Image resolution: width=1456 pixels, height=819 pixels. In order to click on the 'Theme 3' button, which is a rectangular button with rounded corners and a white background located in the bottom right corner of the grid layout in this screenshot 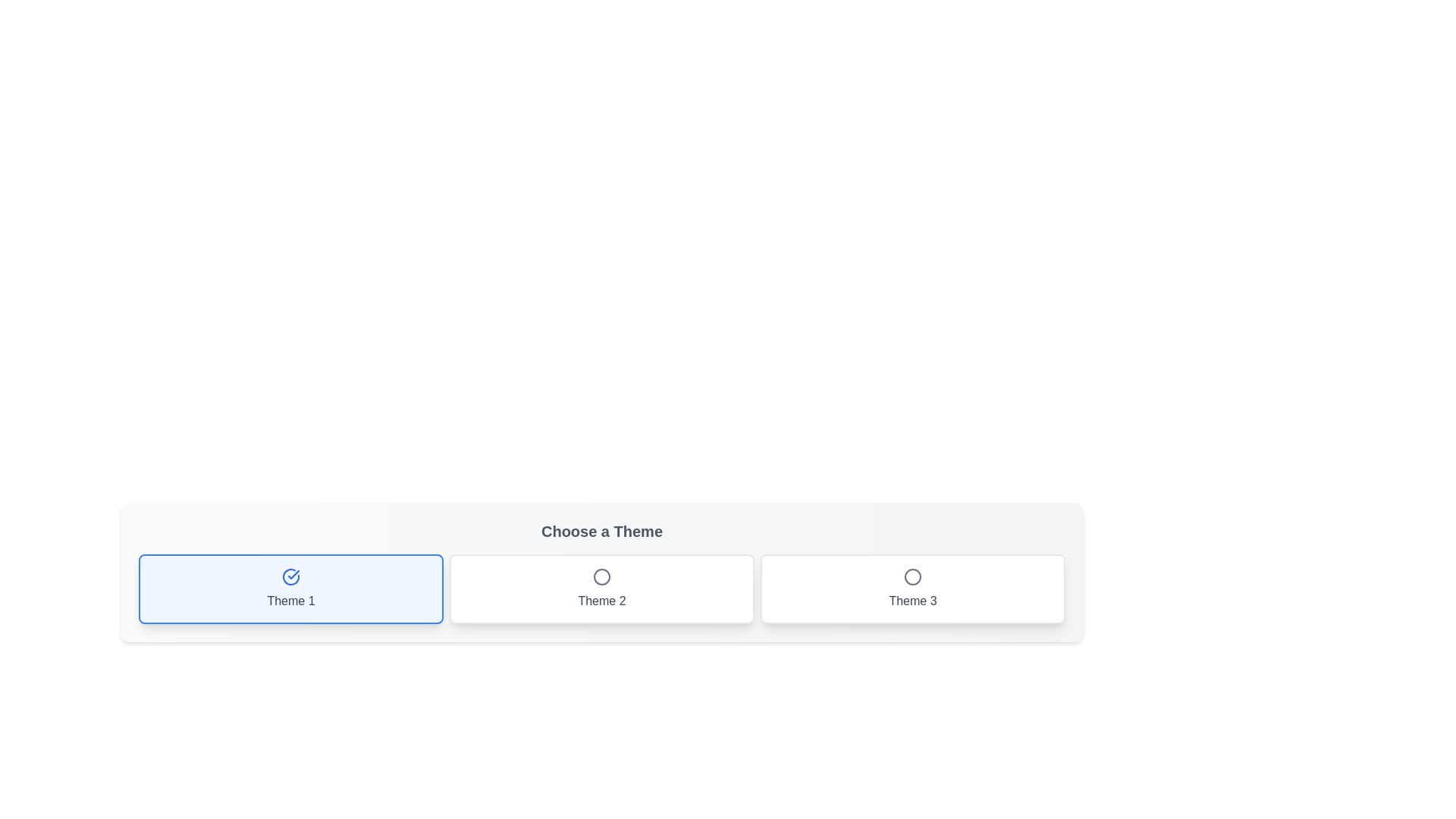, I will do `click(912, 588)`.